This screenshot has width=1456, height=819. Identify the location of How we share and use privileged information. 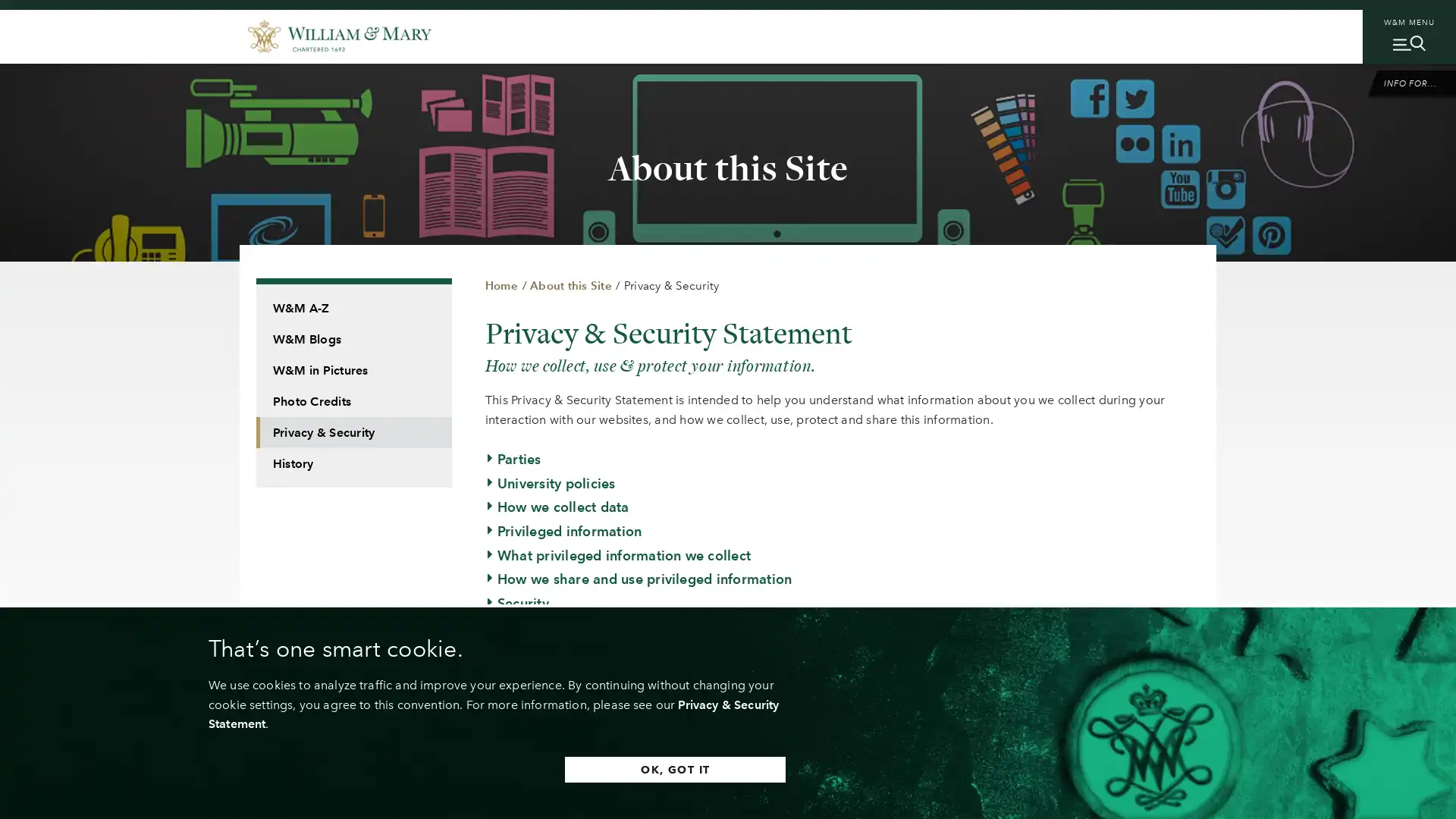
(638, 579).